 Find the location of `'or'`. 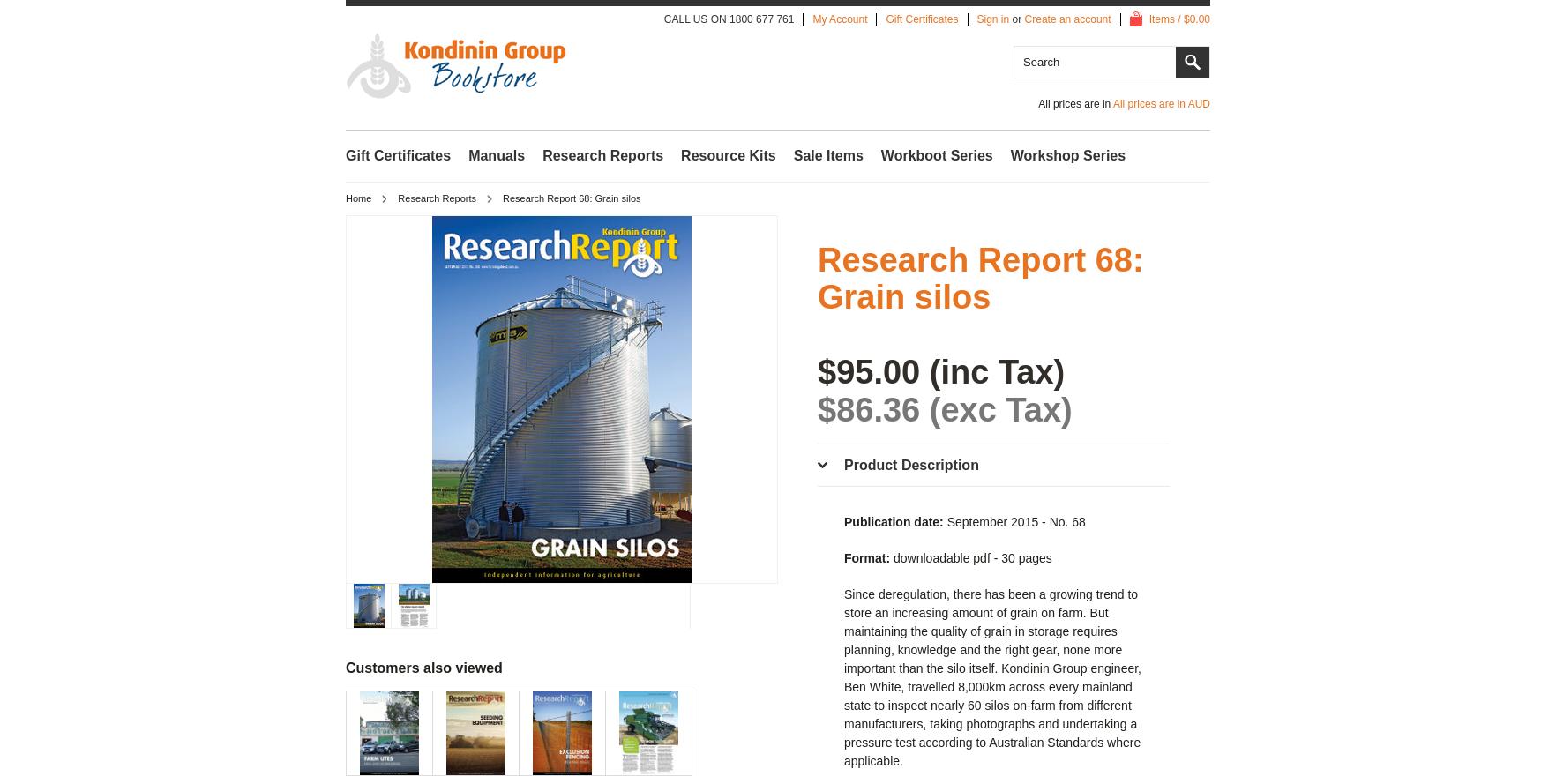

'or' is located at coordinates (1016, 19).